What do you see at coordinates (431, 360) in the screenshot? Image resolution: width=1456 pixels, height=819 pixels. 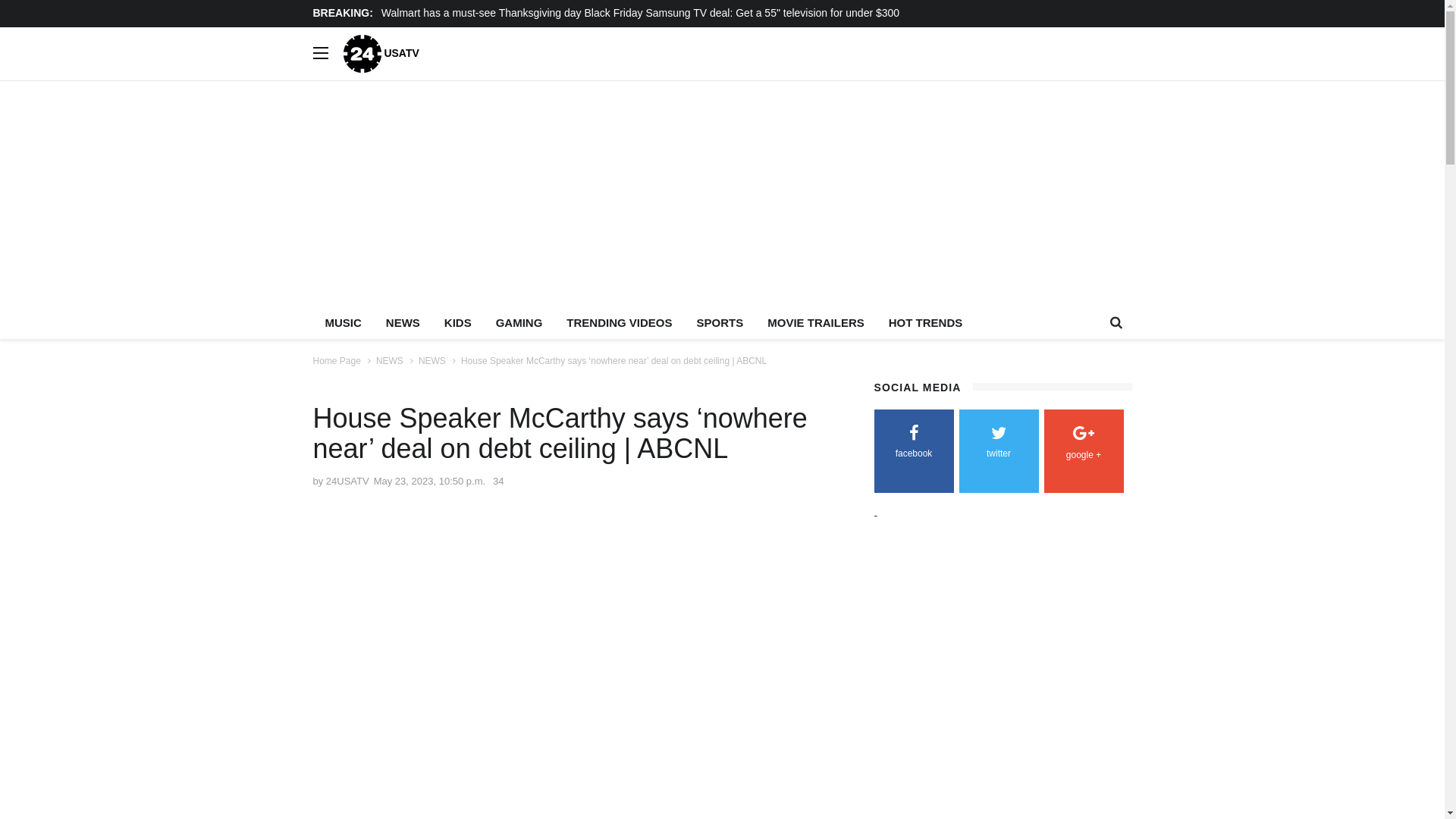 I see `'NEWS'` at bounding box center [431, 360].